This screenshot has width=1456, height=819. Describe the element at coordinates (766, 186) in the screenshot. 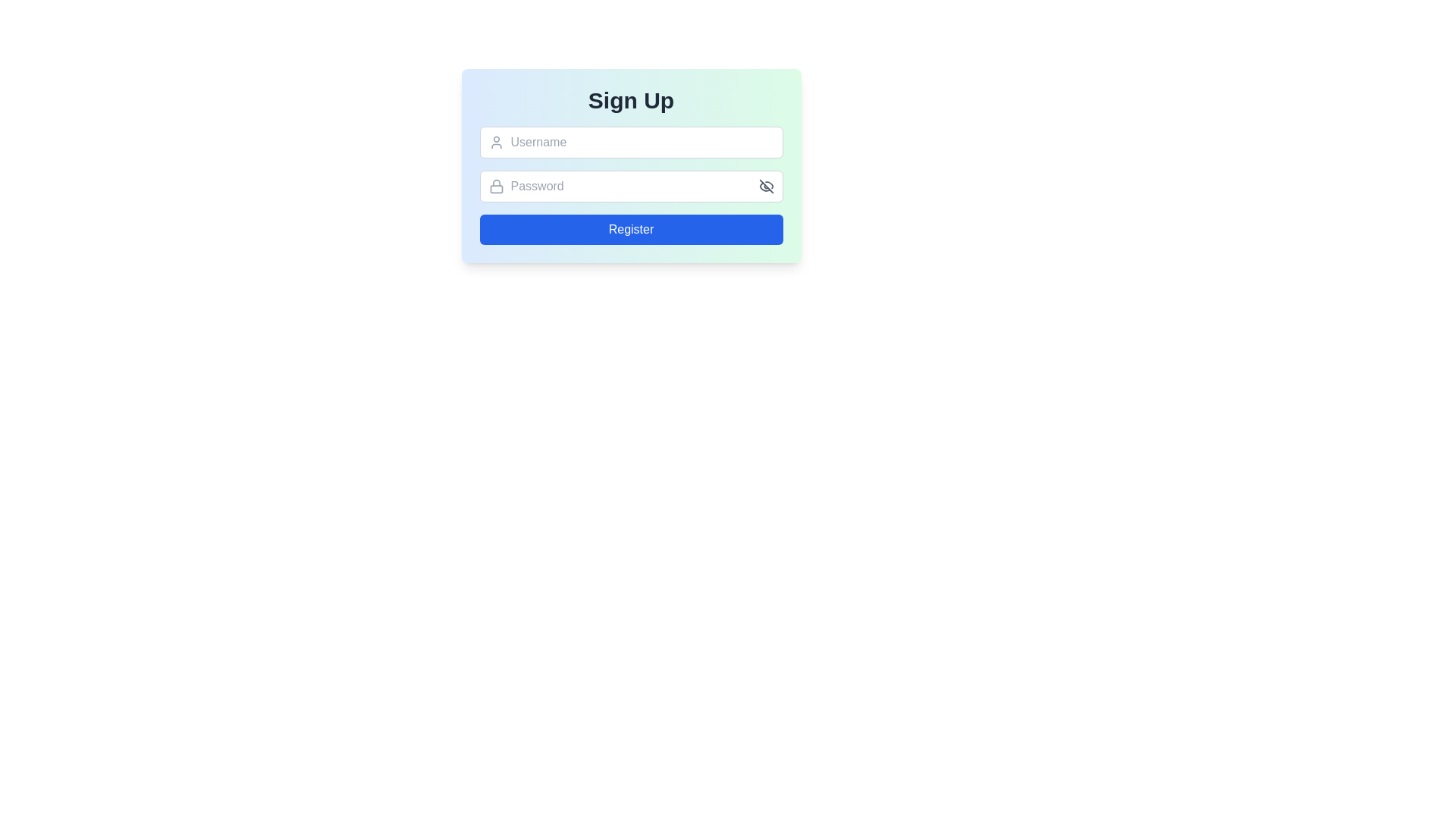

I see `the 'hide password' icon located within the 'Password' input field section on the Sign-Up form` at that location.